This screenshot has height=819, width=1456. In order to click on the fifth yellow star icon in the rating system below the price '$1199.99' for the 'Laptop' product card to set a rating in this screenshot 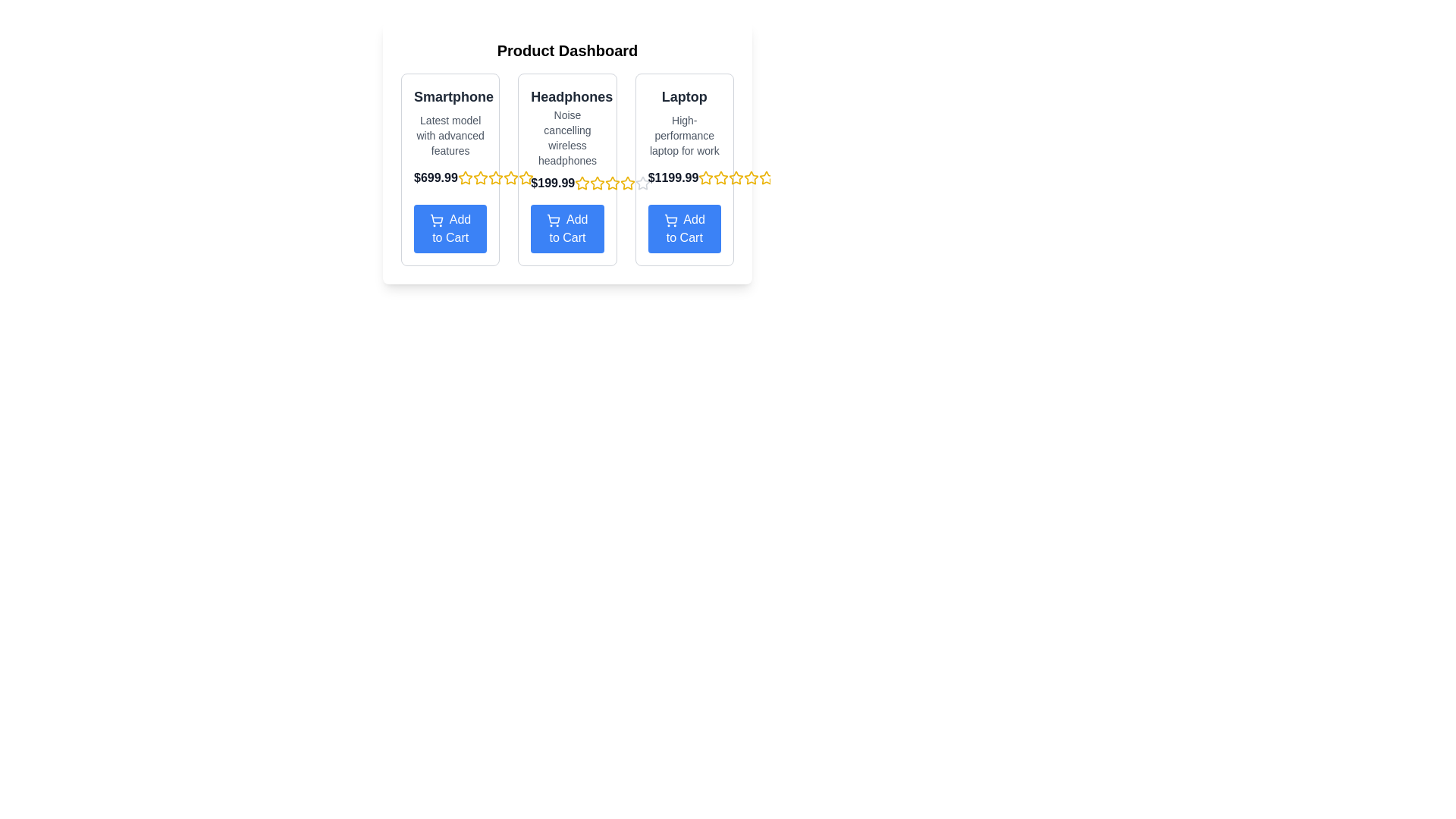, I will do `click(736, 177)`.